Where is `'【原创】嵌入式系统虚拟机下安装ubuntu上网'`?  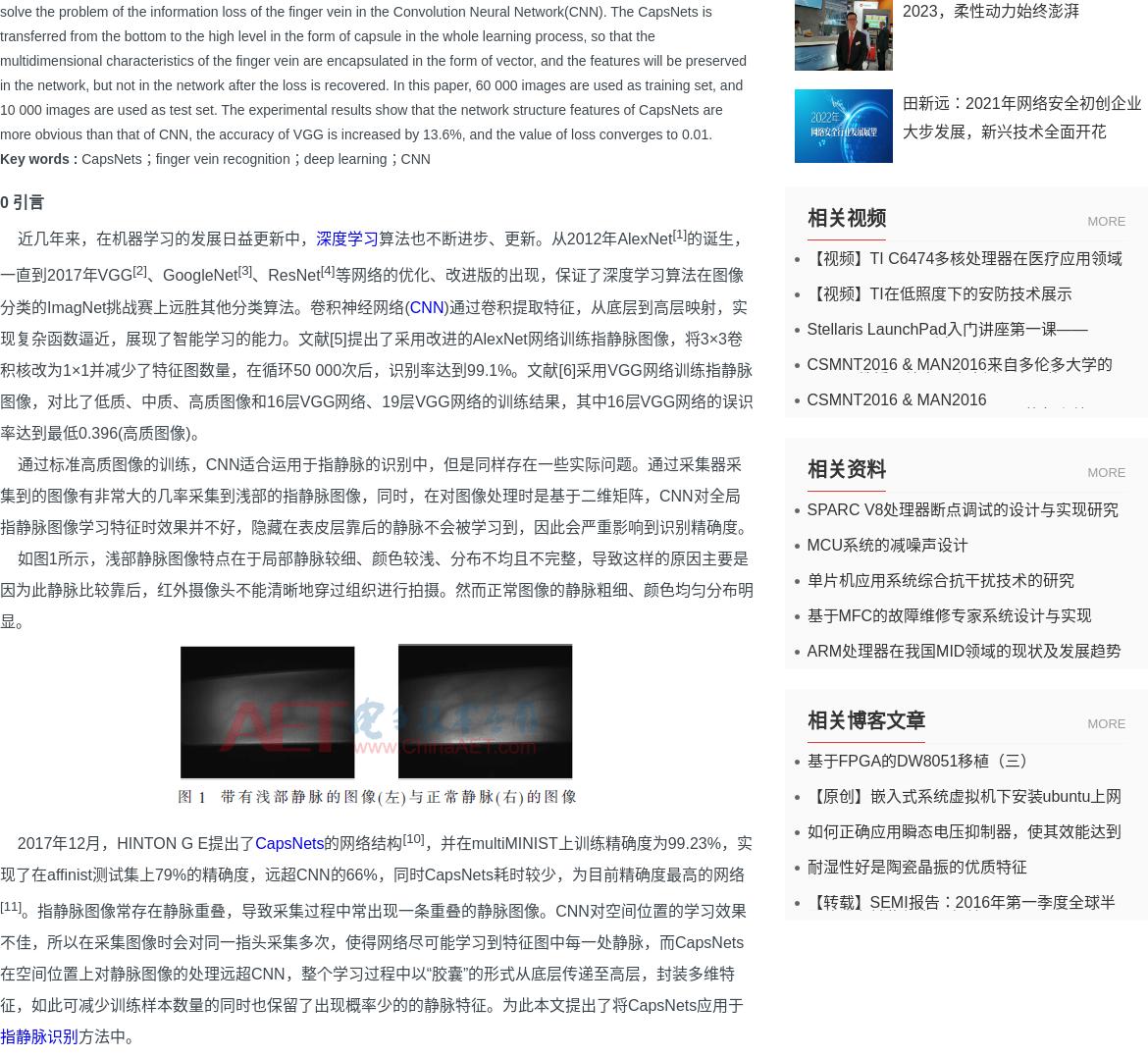 '【原创】嵌入式系统虚拟机下安装ubuntu上网' is located at coordinates (807, 796).